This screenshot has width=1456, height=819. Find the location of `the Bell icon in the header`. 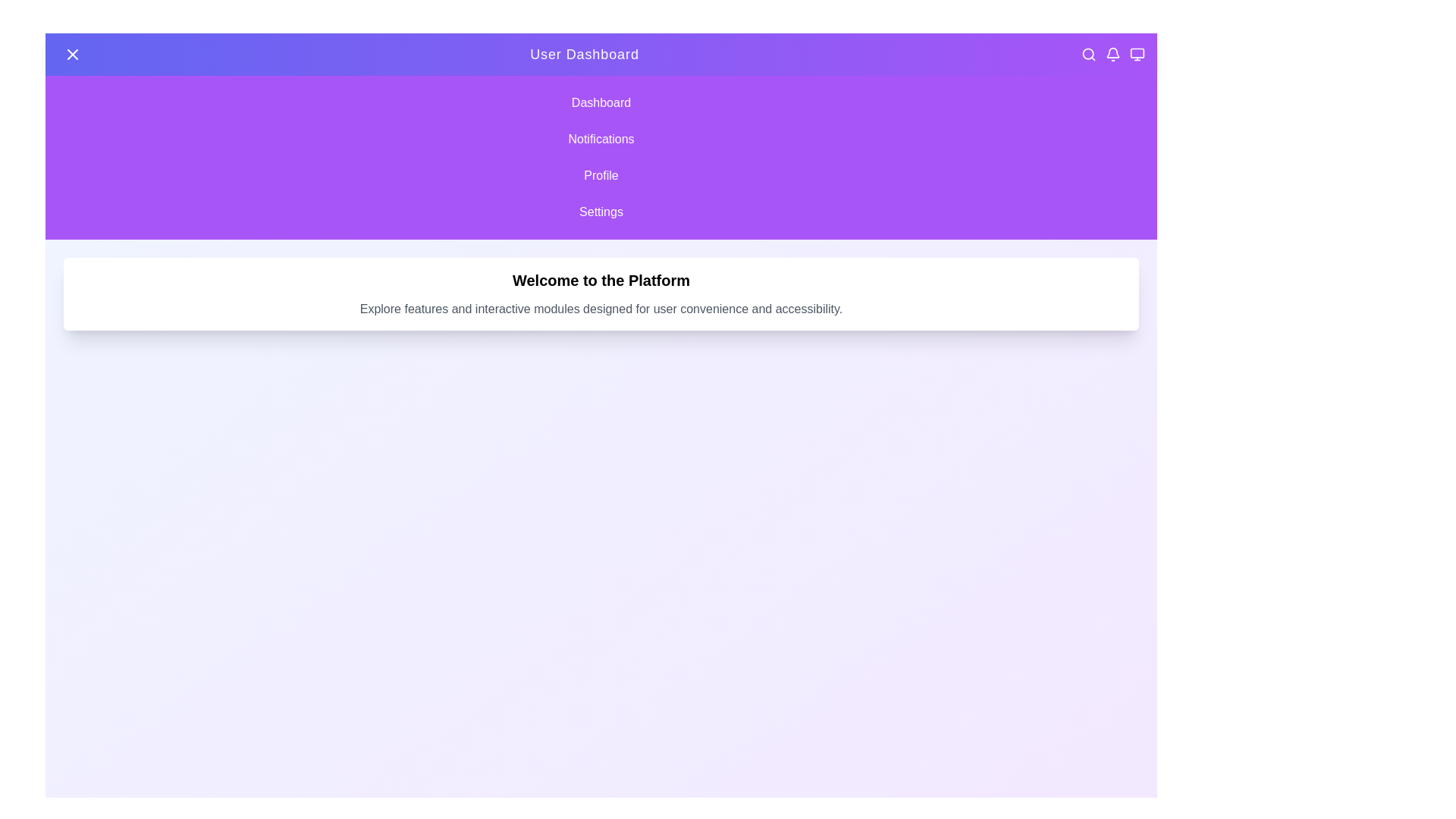

the Bell icon in the header is located at coordinates (1113, 54).